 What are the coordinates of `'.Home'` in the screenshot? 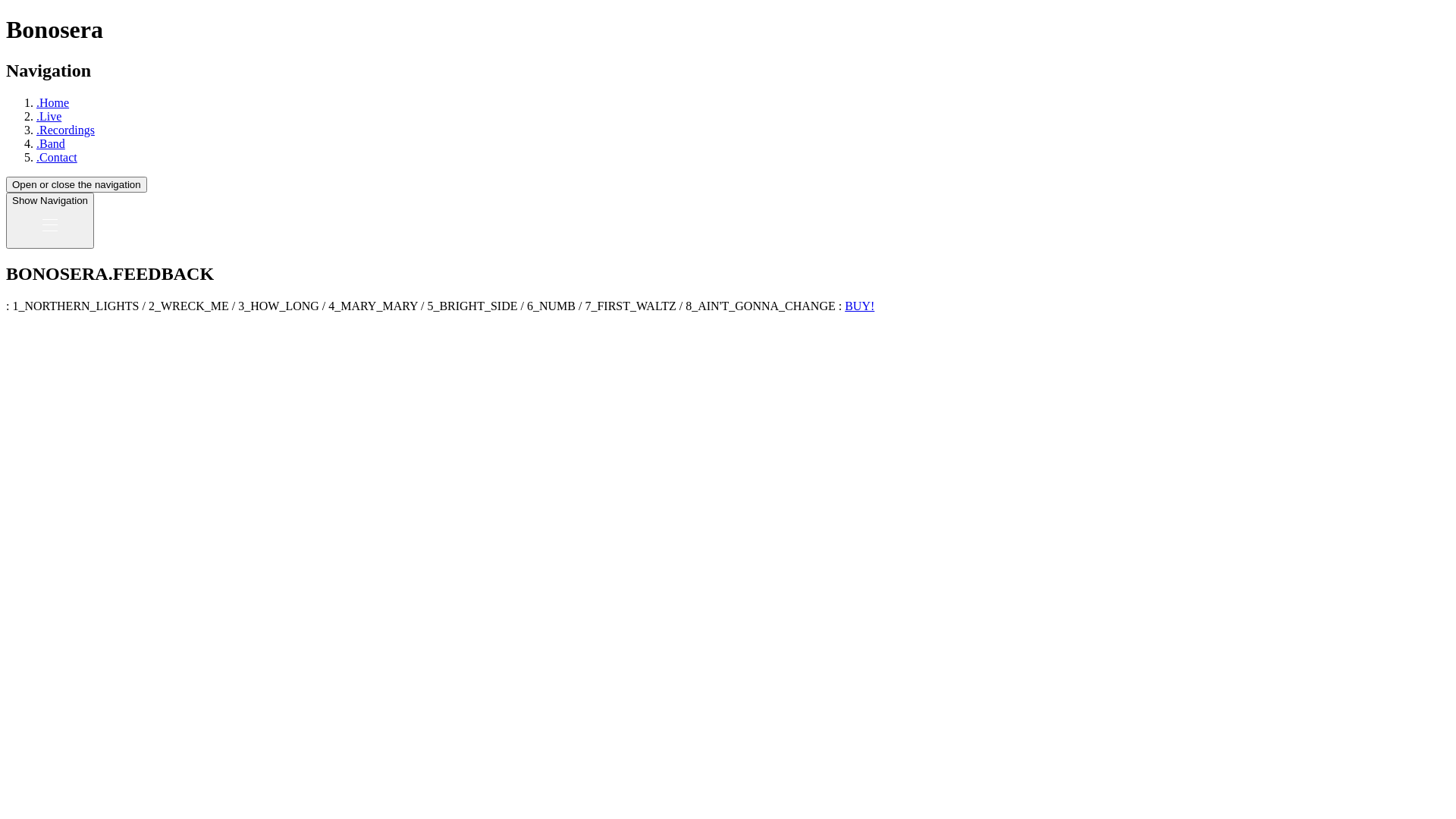 It's located at (36, 102).